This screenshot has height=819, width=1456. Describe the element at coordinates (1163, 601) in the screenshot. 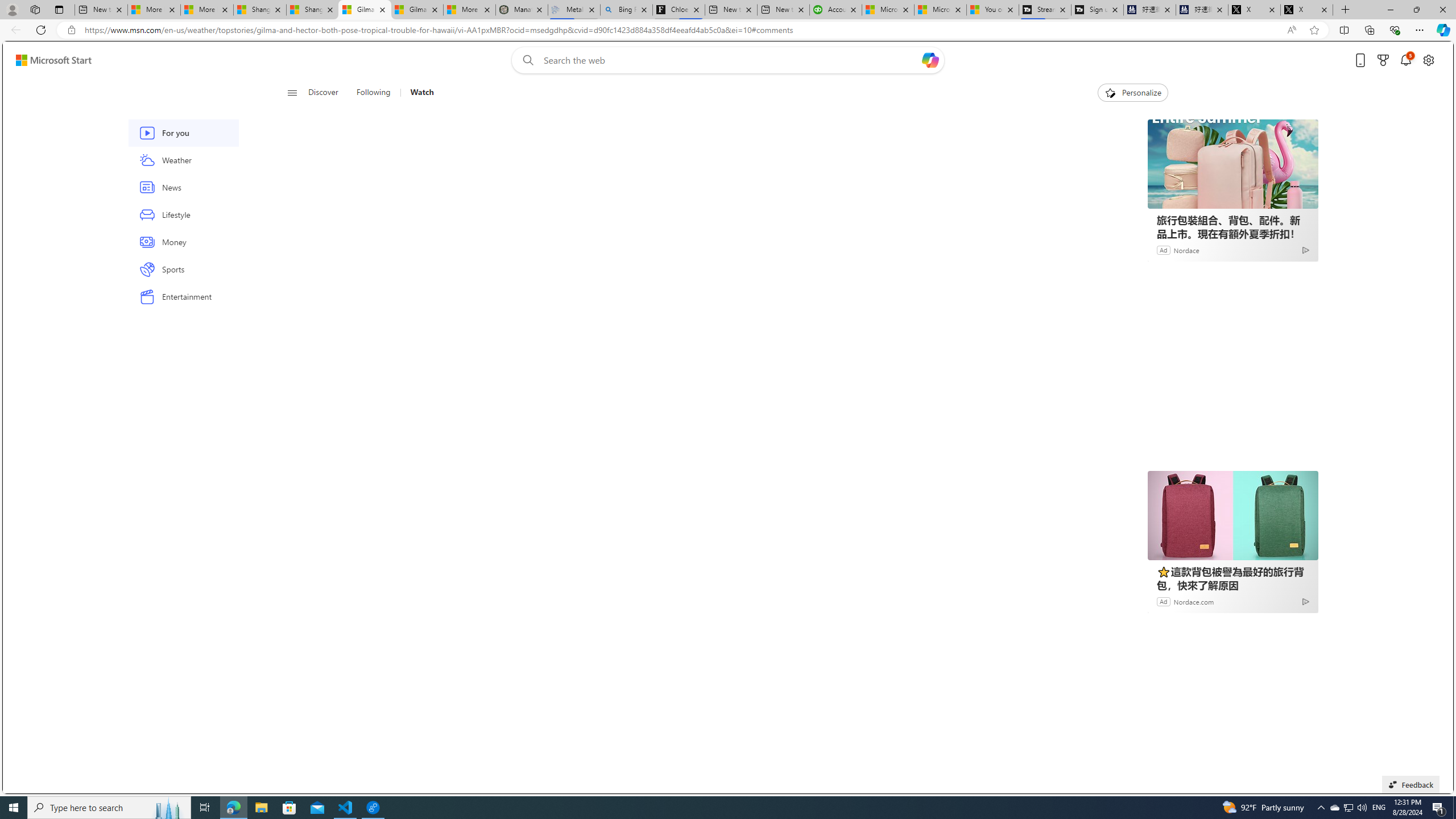

I see `'Ad'` at that location.